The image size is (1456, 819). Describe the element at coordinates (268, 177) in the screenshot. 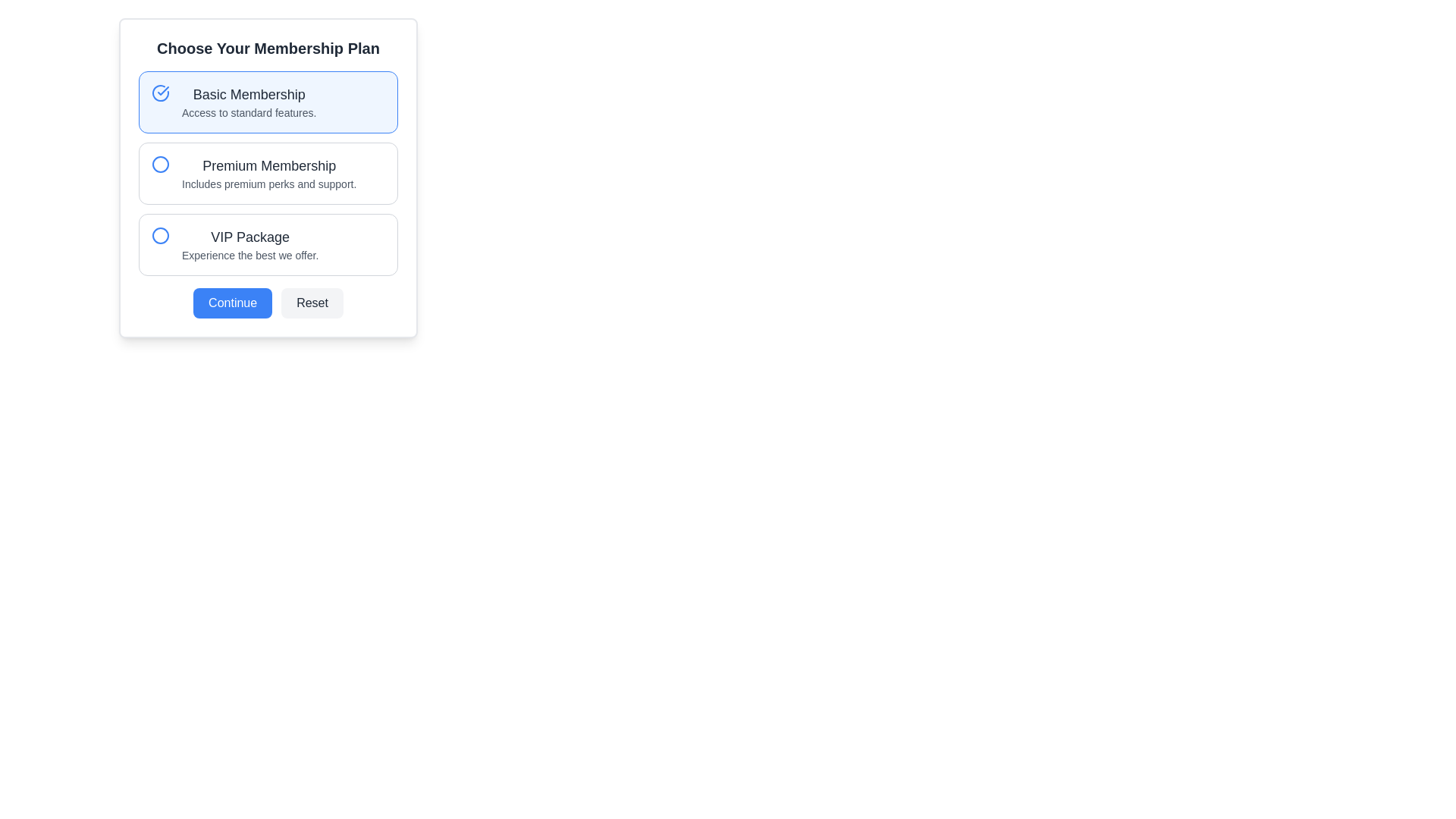

I see `the Premium Membership Option Card, which is the second card in a vertical stack of three options` at that location.